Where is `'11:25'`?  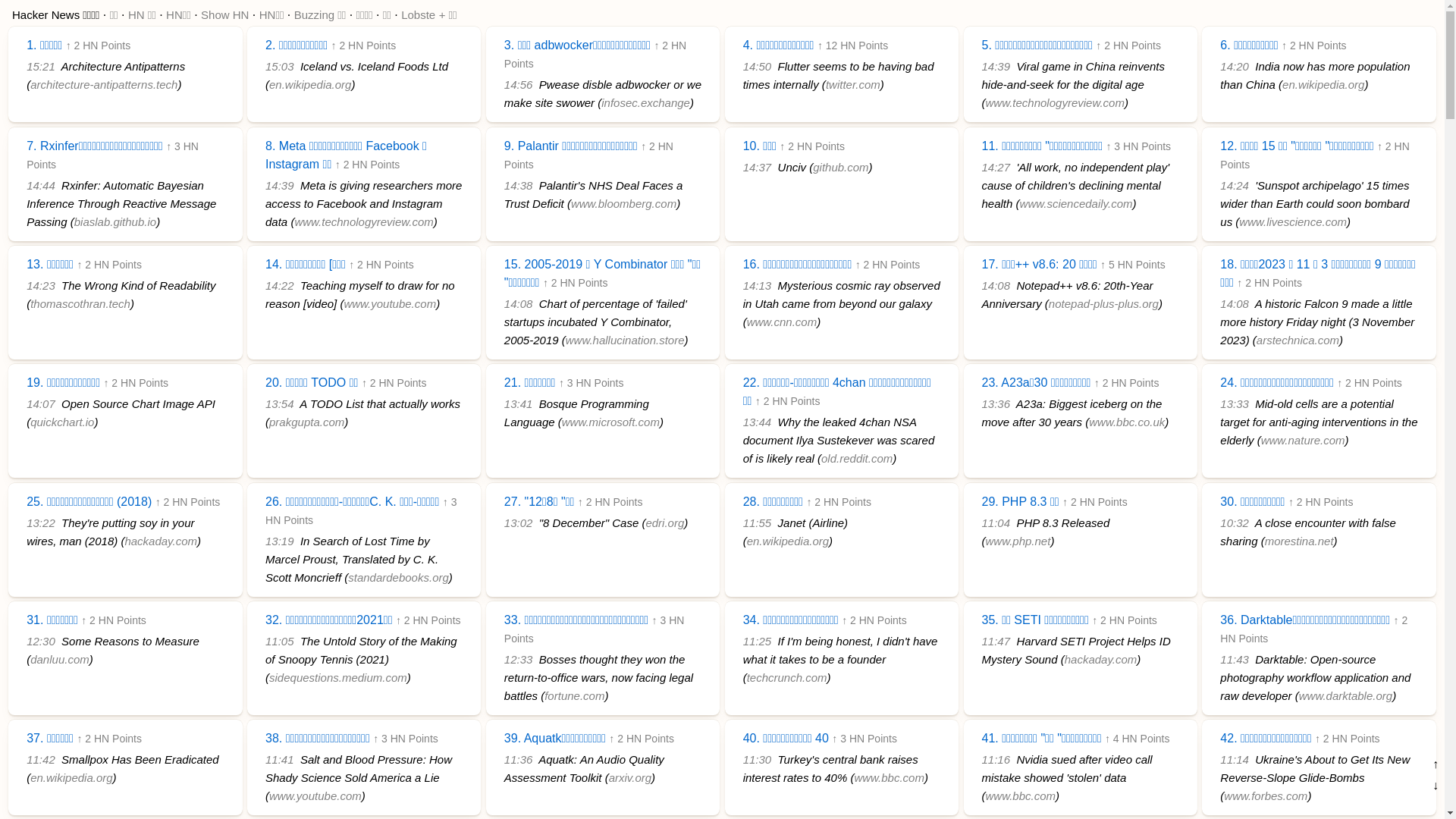
'11:25' is located at coordinates (757, 641).